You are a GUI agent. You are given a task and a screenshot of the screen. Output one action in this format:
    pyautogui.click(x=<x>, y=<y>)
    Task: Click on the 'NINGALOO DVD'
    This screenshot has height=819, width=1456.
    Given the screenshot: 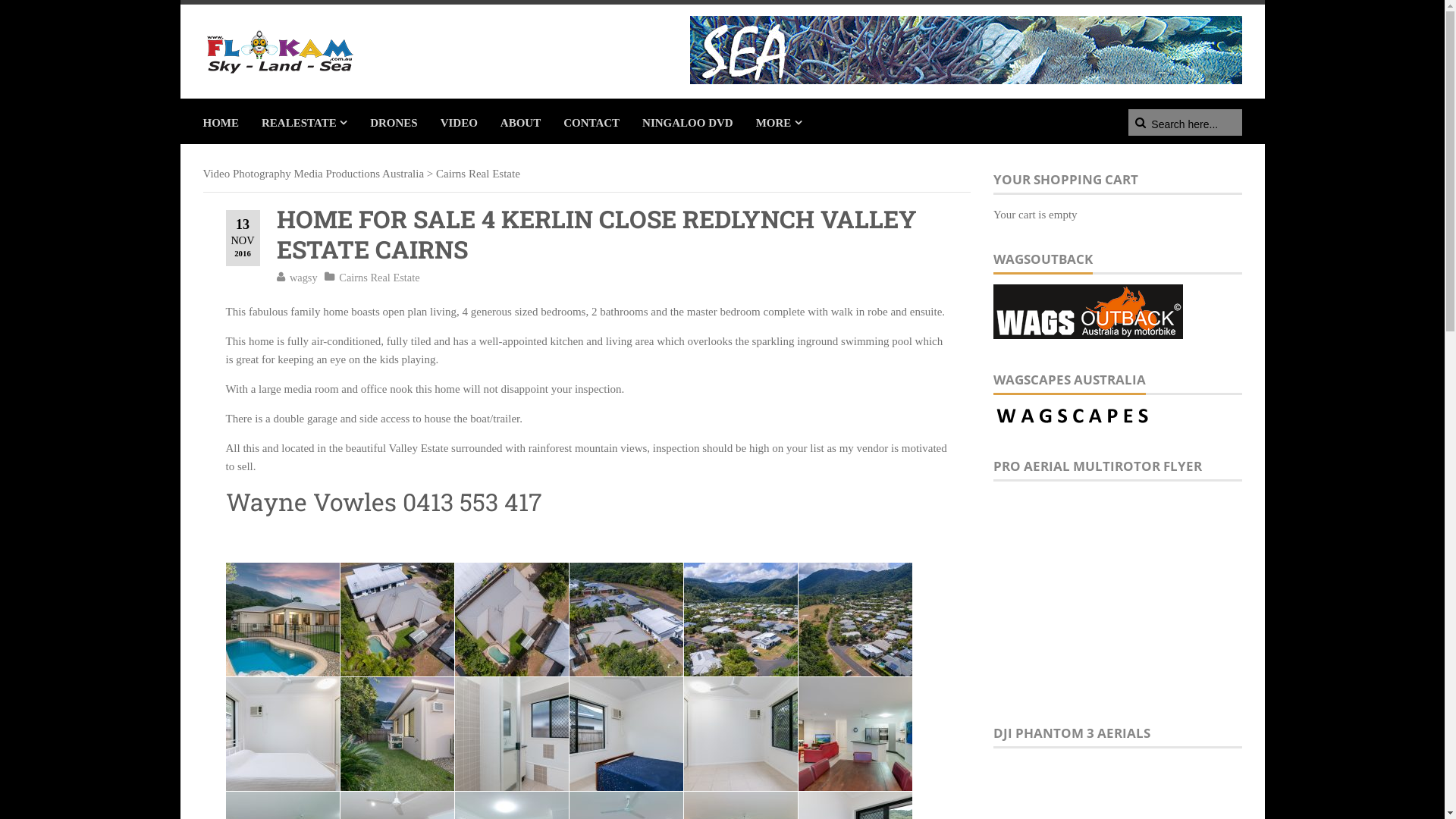 What is the action you would take?
    pyautogui.click(x=687, y=120)
    